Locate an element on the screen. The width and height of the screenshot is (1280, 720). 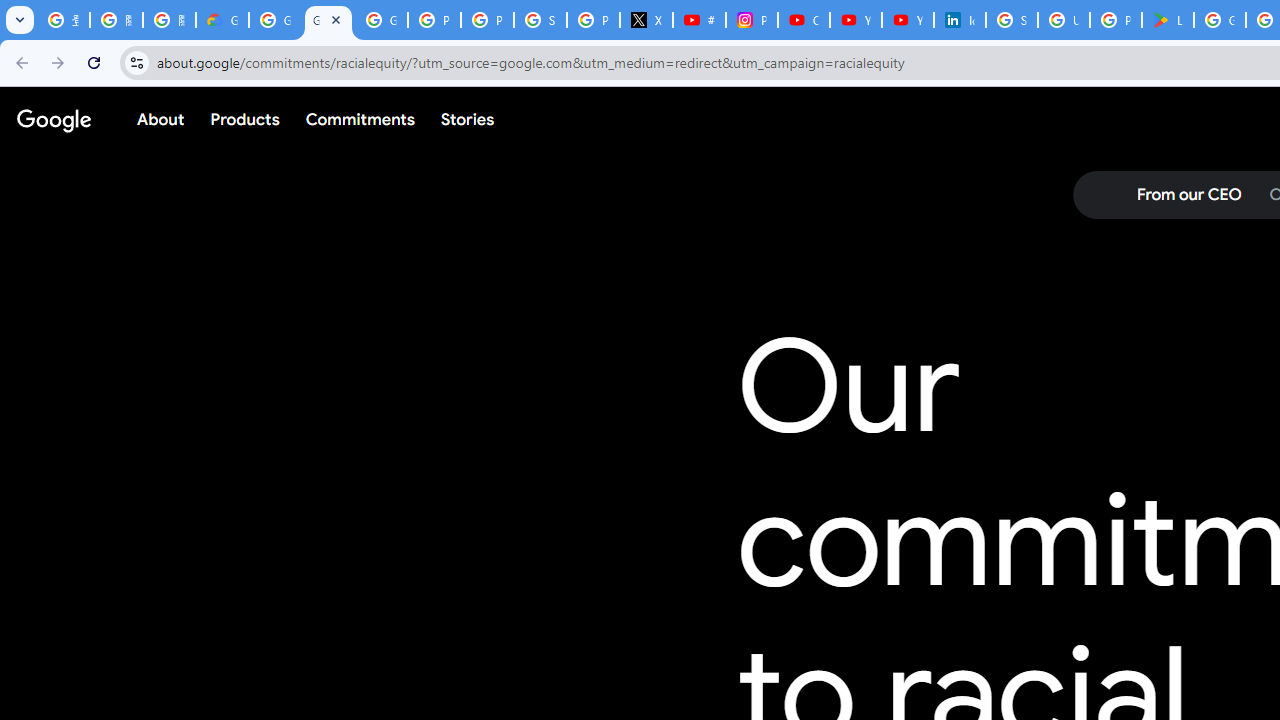
'X' is located at coordinates (646, 20).